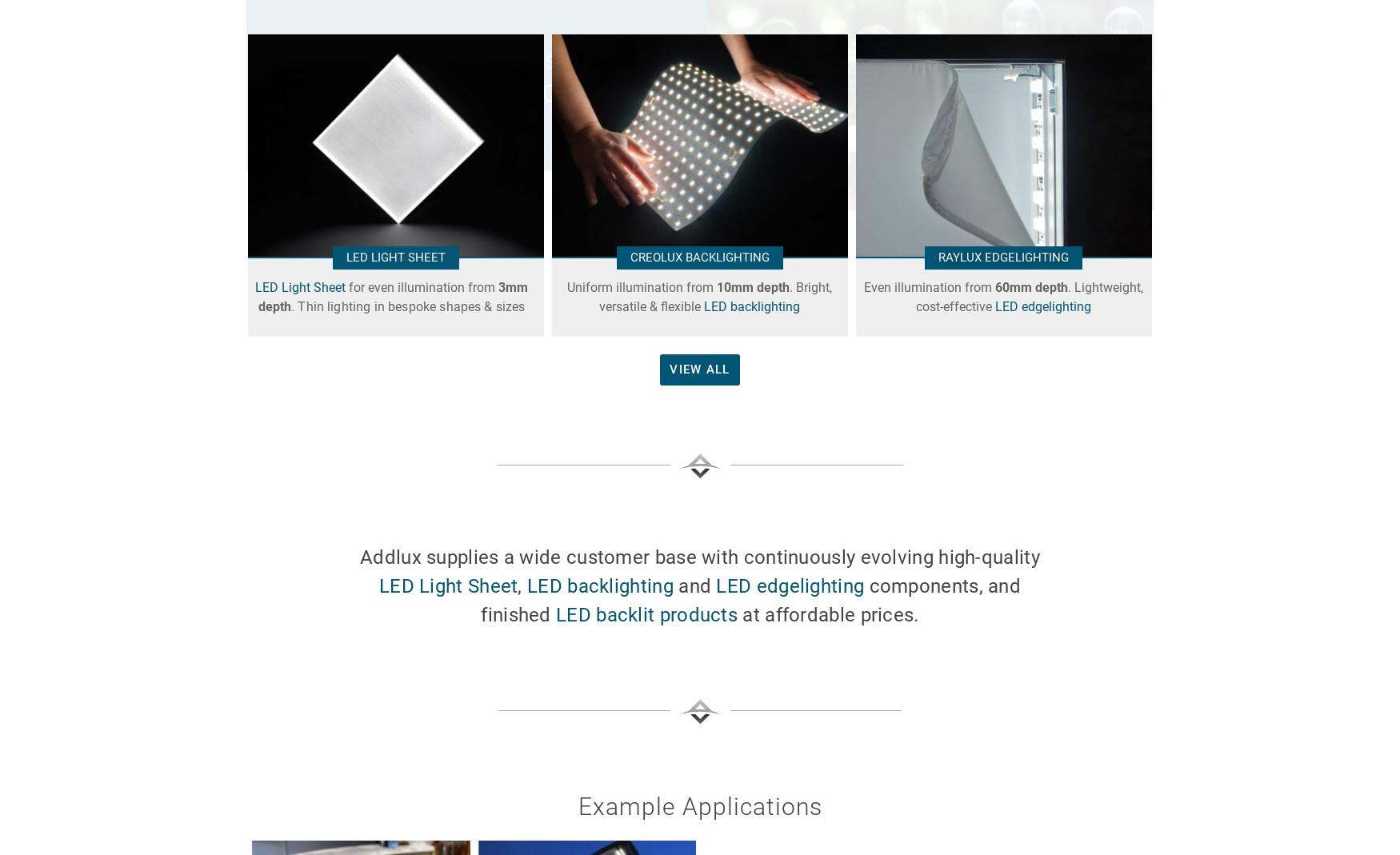 This screenshot has width=1400, height=855. Describe the element at coordinates (670, 367) in the screenshot. I see `'VIEW ALL'` at that location.